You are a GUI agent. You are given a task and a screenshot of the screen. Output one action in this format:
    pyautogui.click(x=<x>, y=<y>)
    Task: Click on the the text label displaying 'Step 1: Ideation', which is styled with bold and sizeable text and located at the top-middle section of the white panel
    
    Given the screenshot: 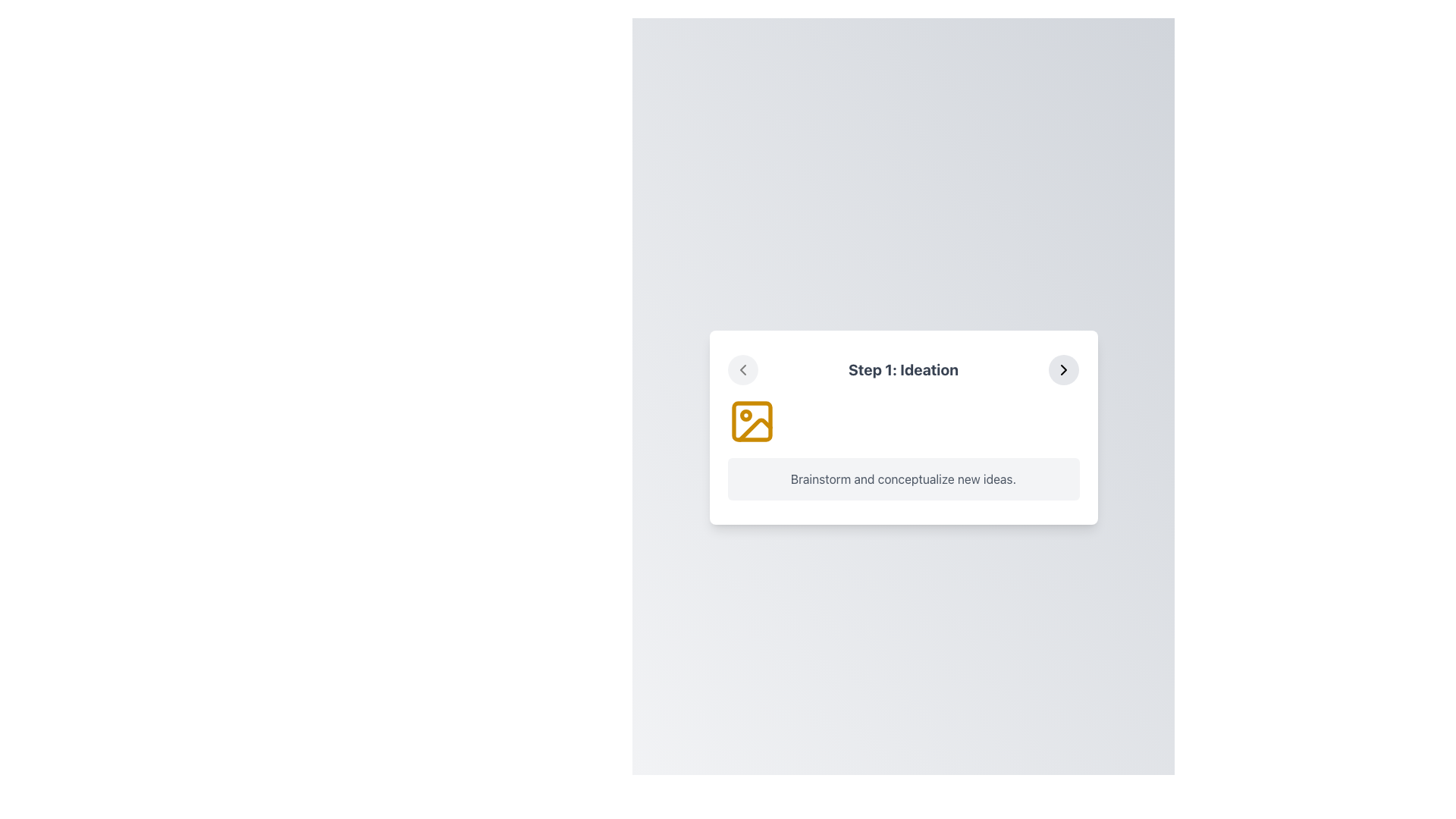 What is the action you would take?
    pyautogui.click(x=903, y=370)
    